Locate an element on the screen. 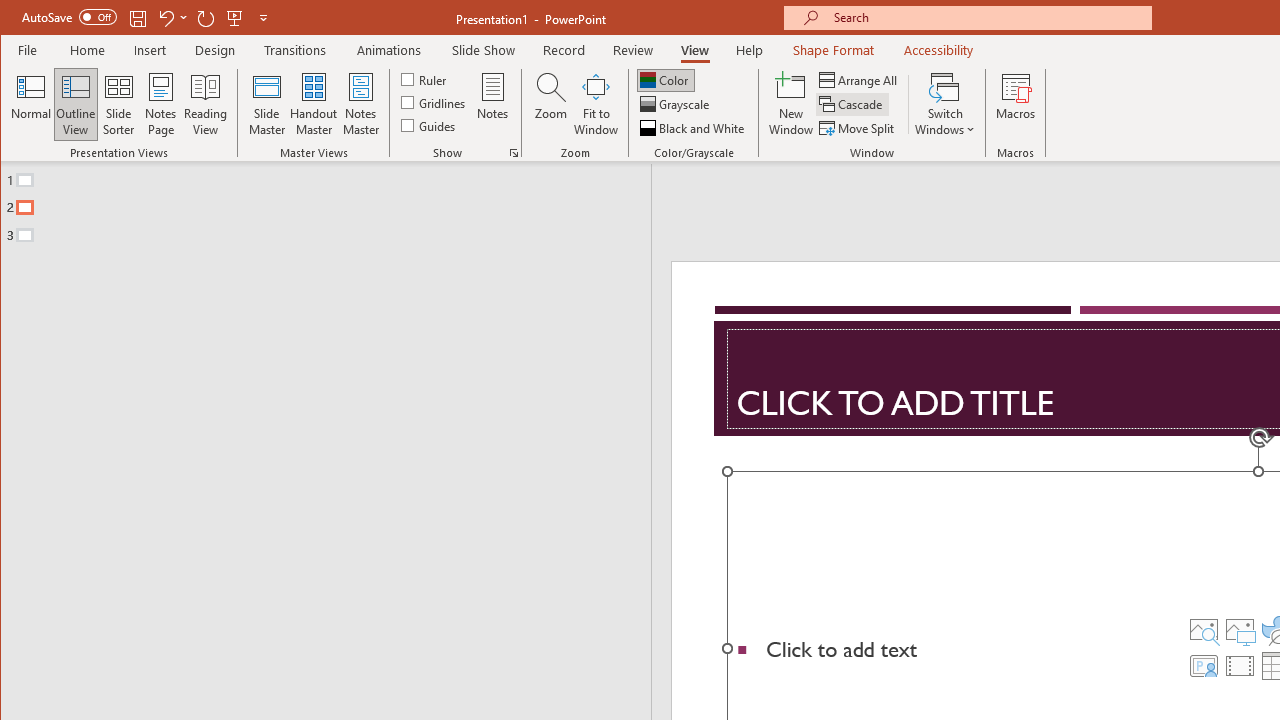 This screenshot has width=1280, height=720. 'New Window' is located at coordinates (790, 104).